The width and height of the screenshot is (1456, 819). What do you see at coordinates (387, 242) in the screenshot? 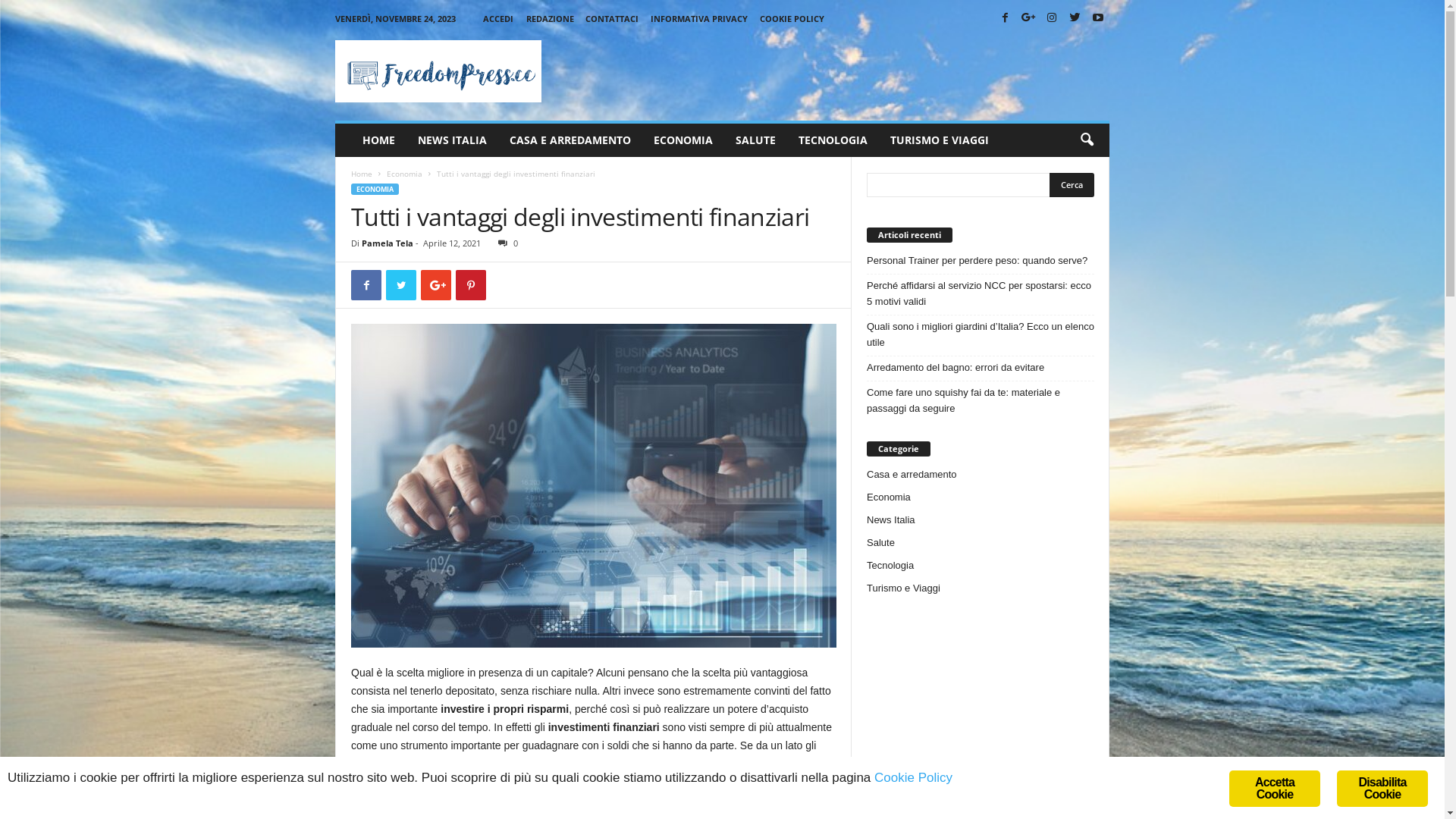
I see `'Pamela Tela'` at bounding box center [387, 242].